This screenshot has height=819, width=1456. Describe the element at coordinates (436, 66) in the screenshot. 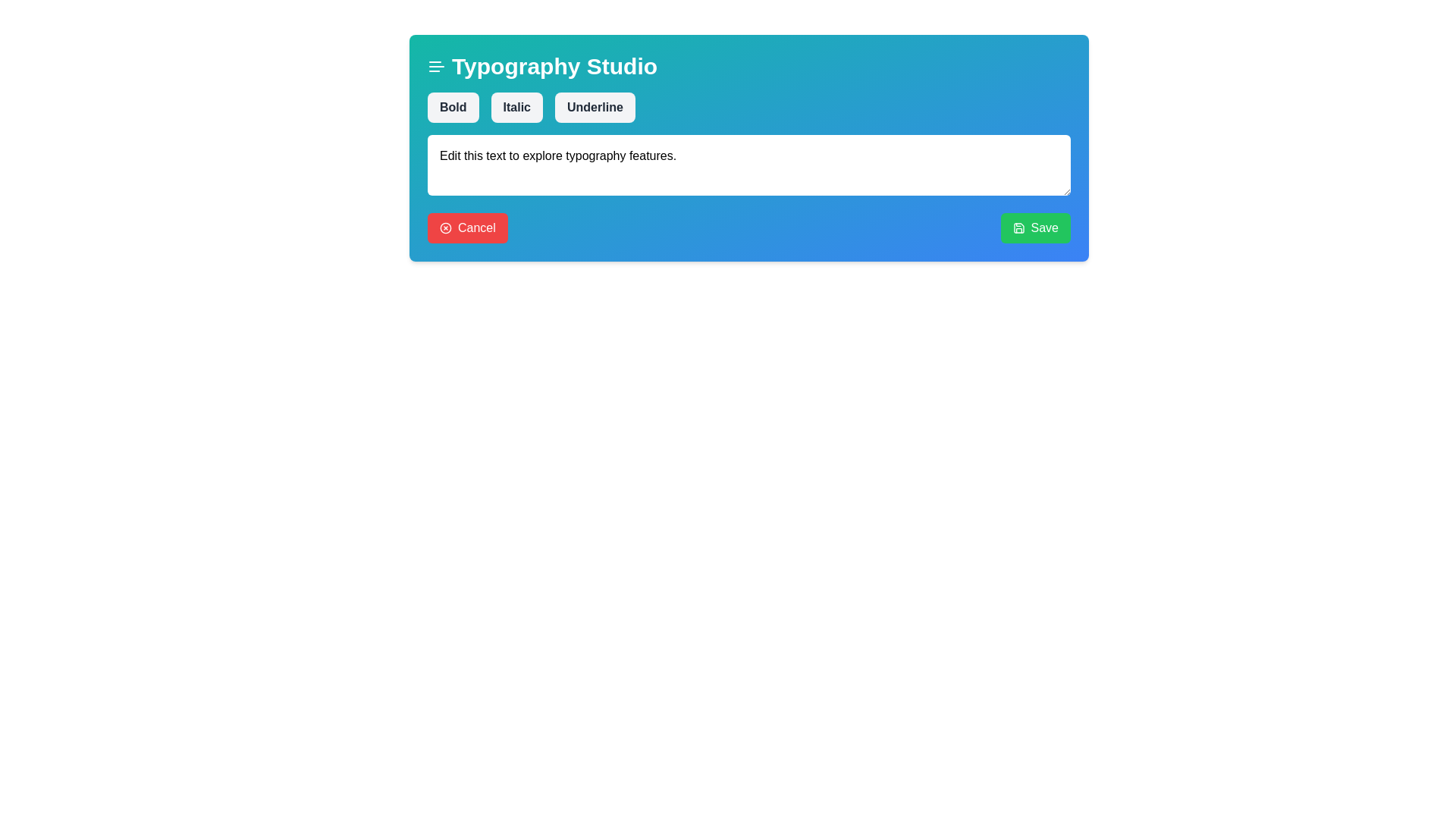

I see `the typography icon located in the header block labeled 'Typography Studio', which serves as a visual marker for the text` at that location.